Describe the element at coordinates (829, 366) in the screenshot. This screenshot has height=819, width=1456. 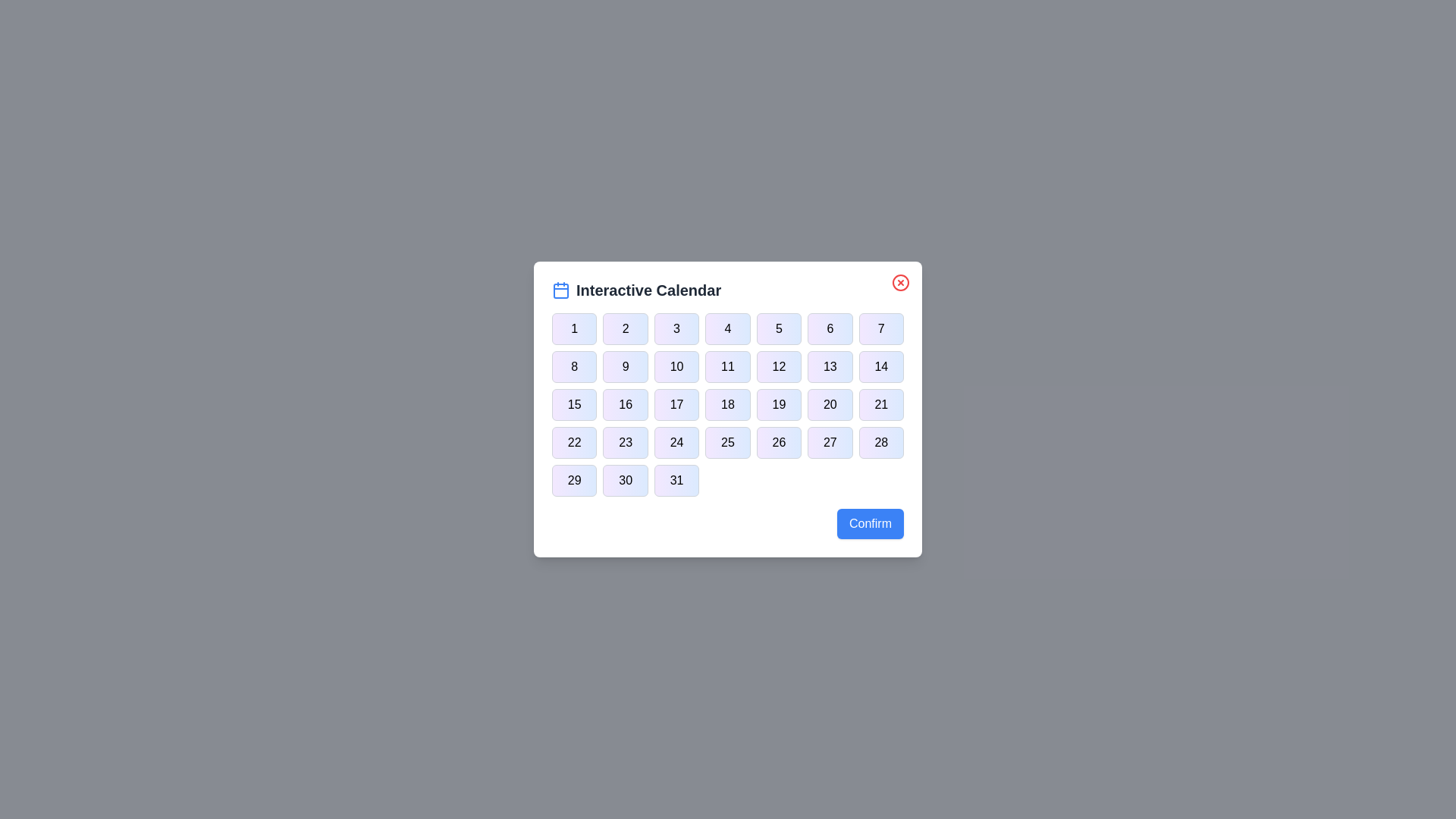
I see `the button corresponding to day 13 in the calendar` at that location.